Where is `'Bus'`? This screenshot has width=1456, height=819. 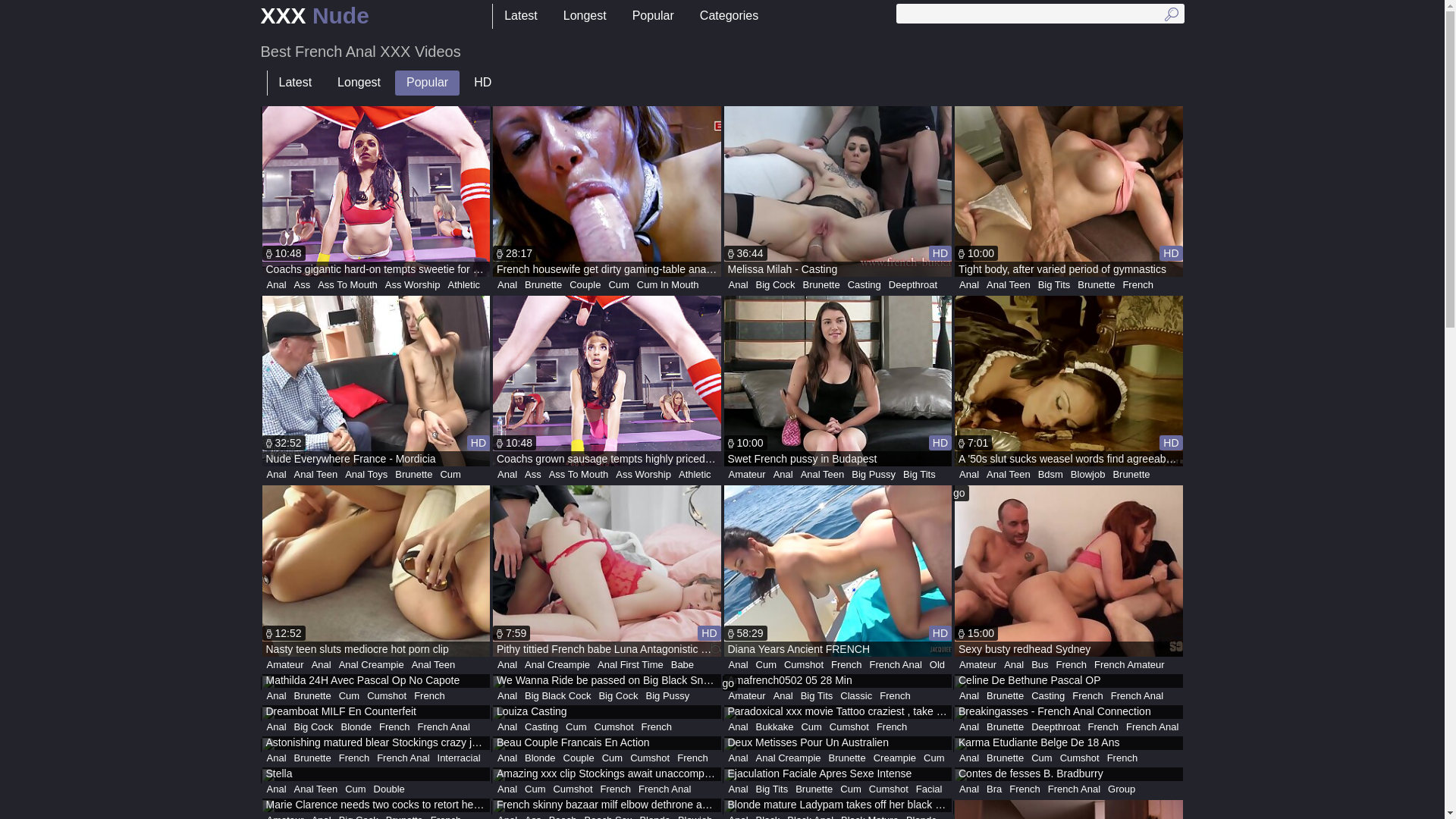 'Bus' is located at coordinates (1027, 664).